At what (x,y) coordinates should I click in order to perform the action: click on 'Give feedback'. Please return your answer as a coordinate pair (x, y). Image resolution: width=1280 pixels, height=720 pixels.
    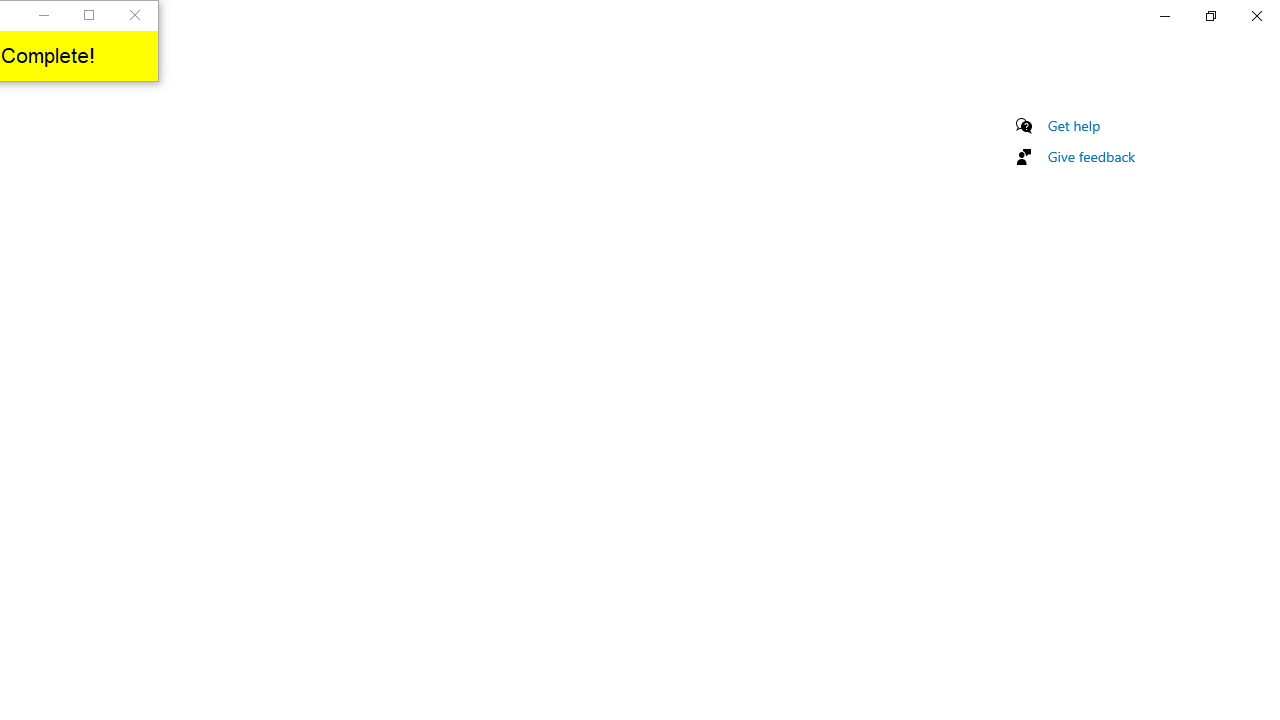
    Looking at the image, I should click on (1090, 155).